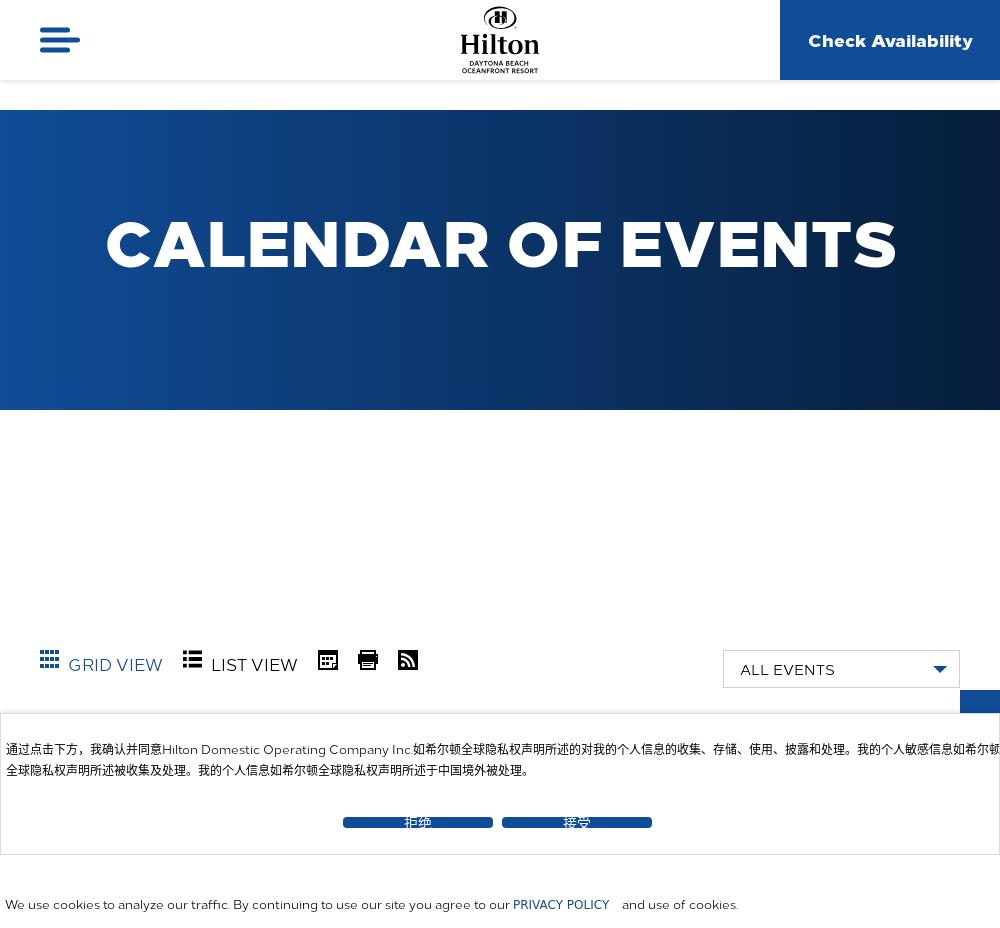  Describe the element at coordinates (274, 854) in the screenshot. I see `'September'` at that location.